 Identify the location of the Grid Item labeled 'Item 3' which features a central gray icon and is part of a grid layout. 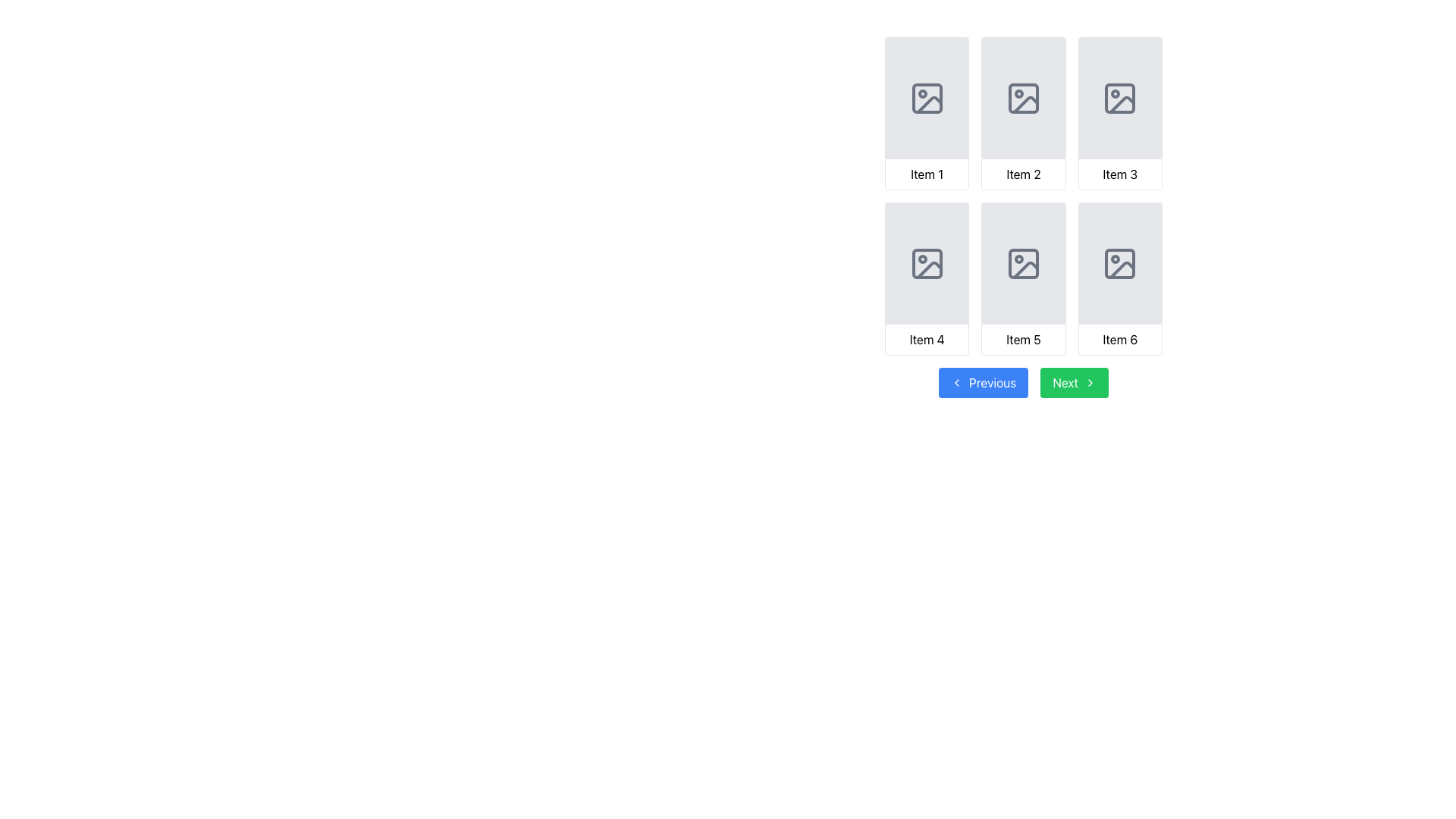
(1120, 113).